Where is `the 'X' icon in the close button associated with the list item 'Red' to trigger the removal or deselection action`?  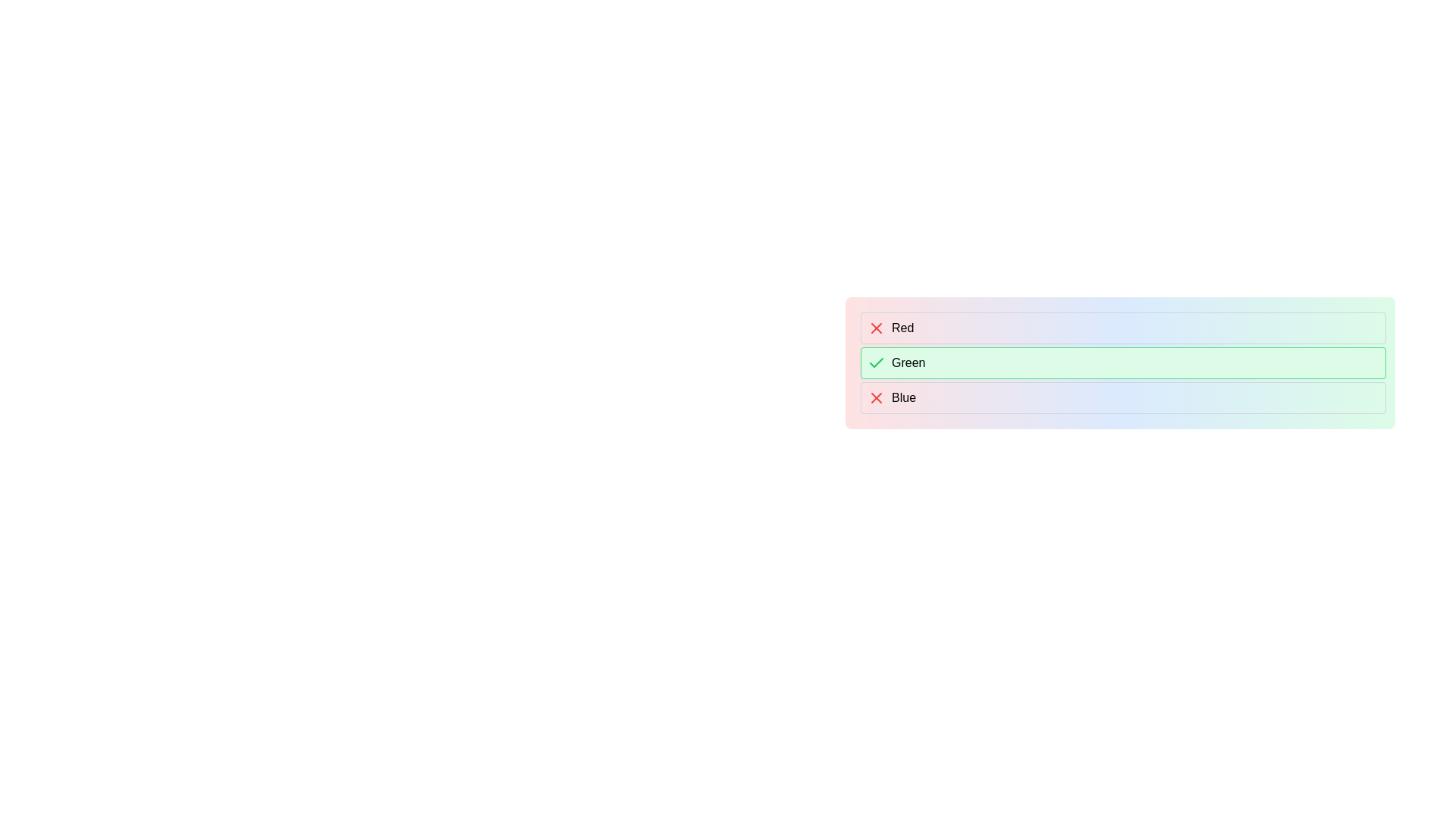 the 'X' icon in the close button associated with the list item 'Red' to trigger the removal or deselection action is located at coordinates (877, 397).